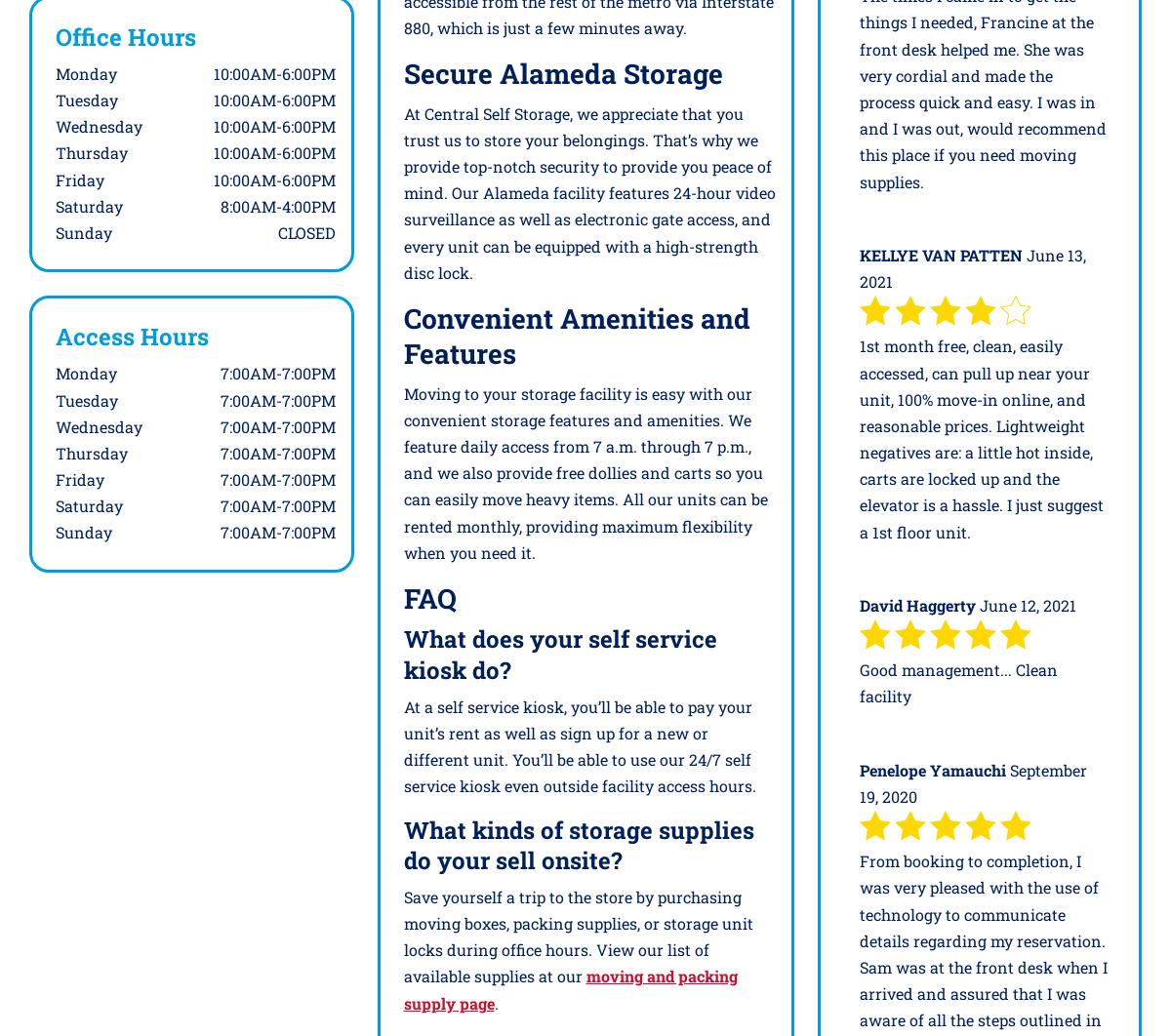  Describe the element at coordinates (916, 604) in the screenshot. I see `'David Haggerty'` at that location.